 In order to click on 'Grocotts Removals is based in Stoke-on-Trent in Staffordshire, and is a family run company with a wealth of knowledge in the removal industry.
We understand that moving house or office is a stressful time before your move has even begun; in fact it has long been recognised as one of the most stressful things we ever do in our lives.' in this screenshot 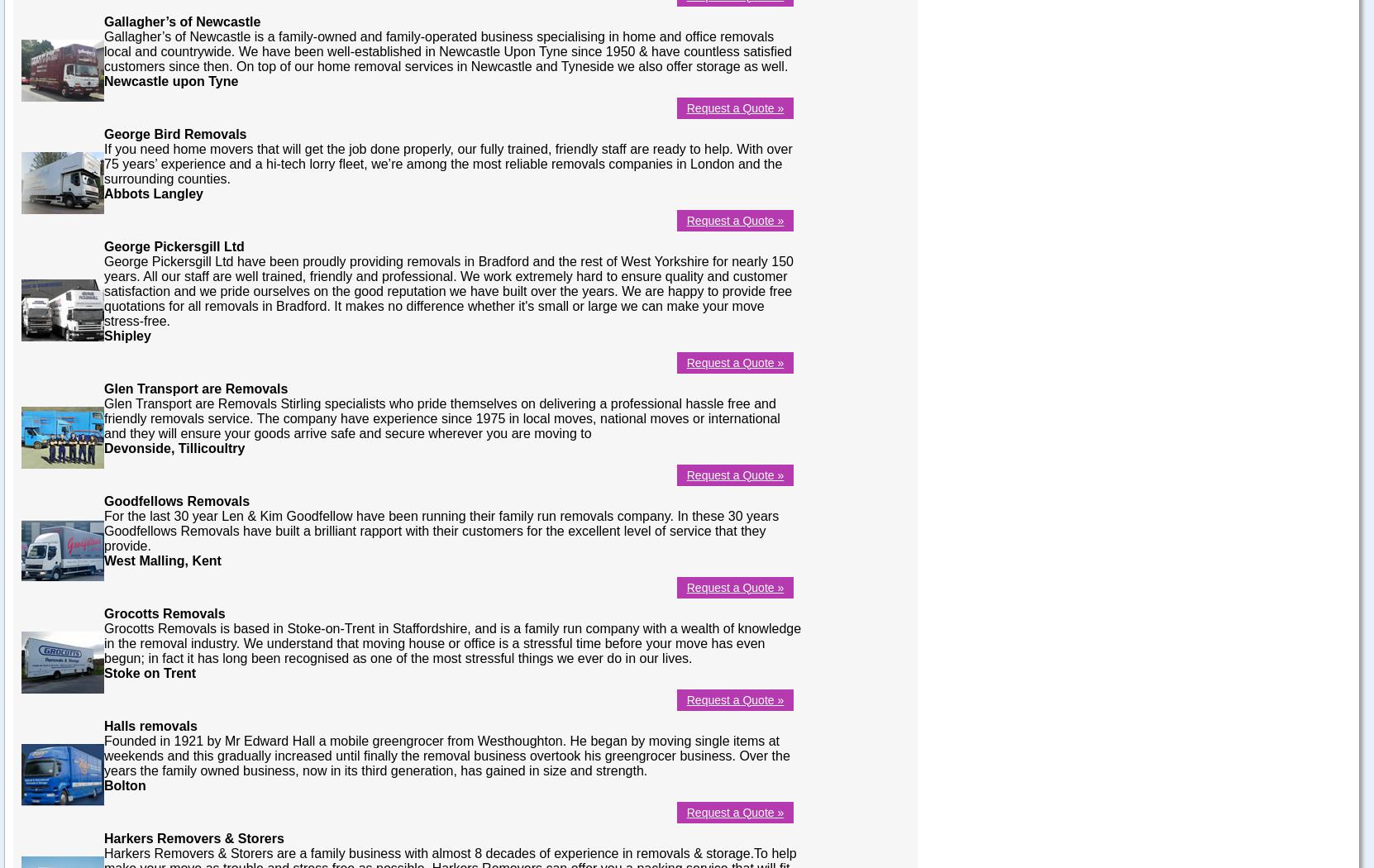, I will do `click(451, 642)`.